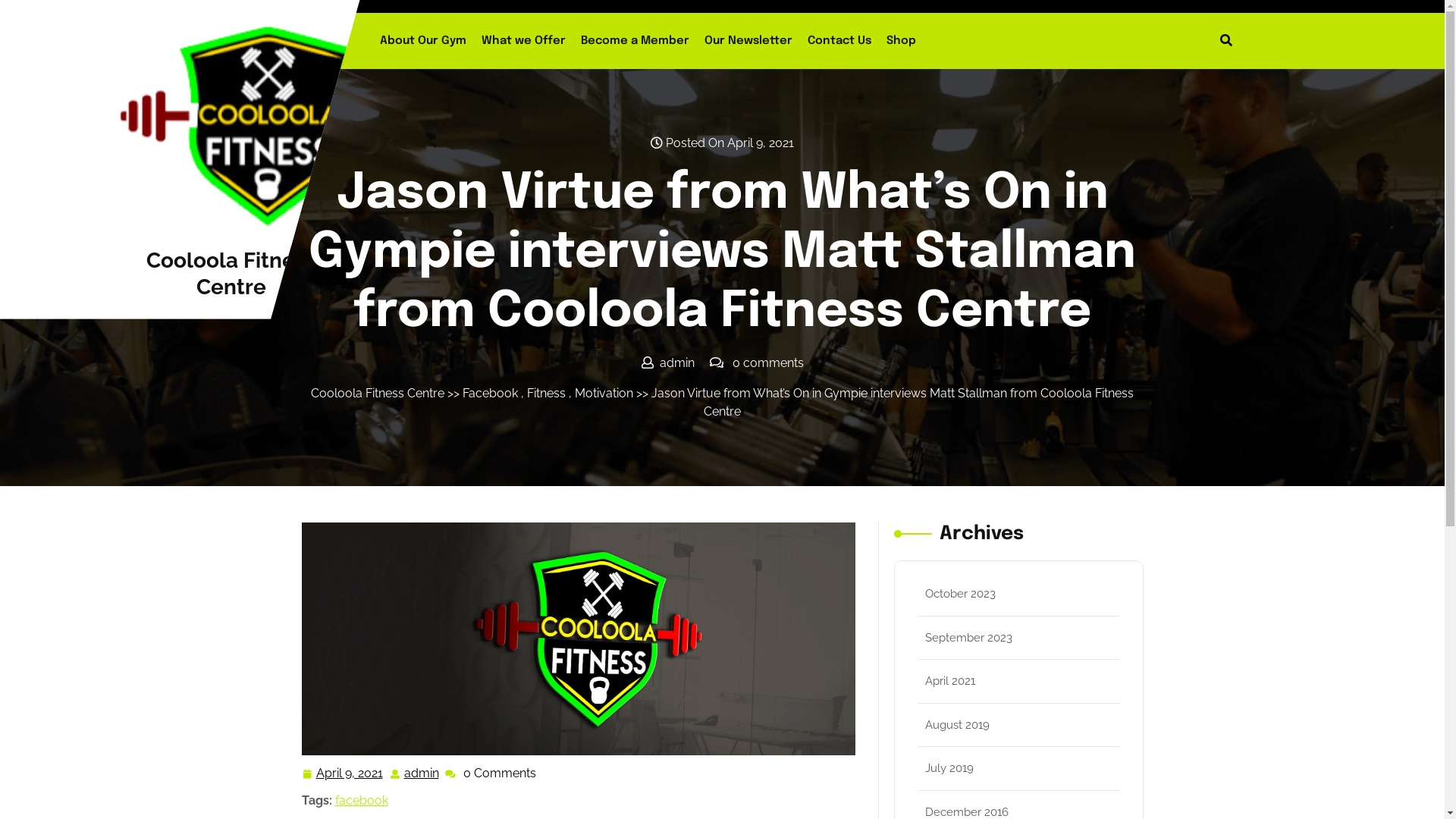  Describe the element at coordinates (878, 39) in the screenshot. I see `'Shop'` at that location.